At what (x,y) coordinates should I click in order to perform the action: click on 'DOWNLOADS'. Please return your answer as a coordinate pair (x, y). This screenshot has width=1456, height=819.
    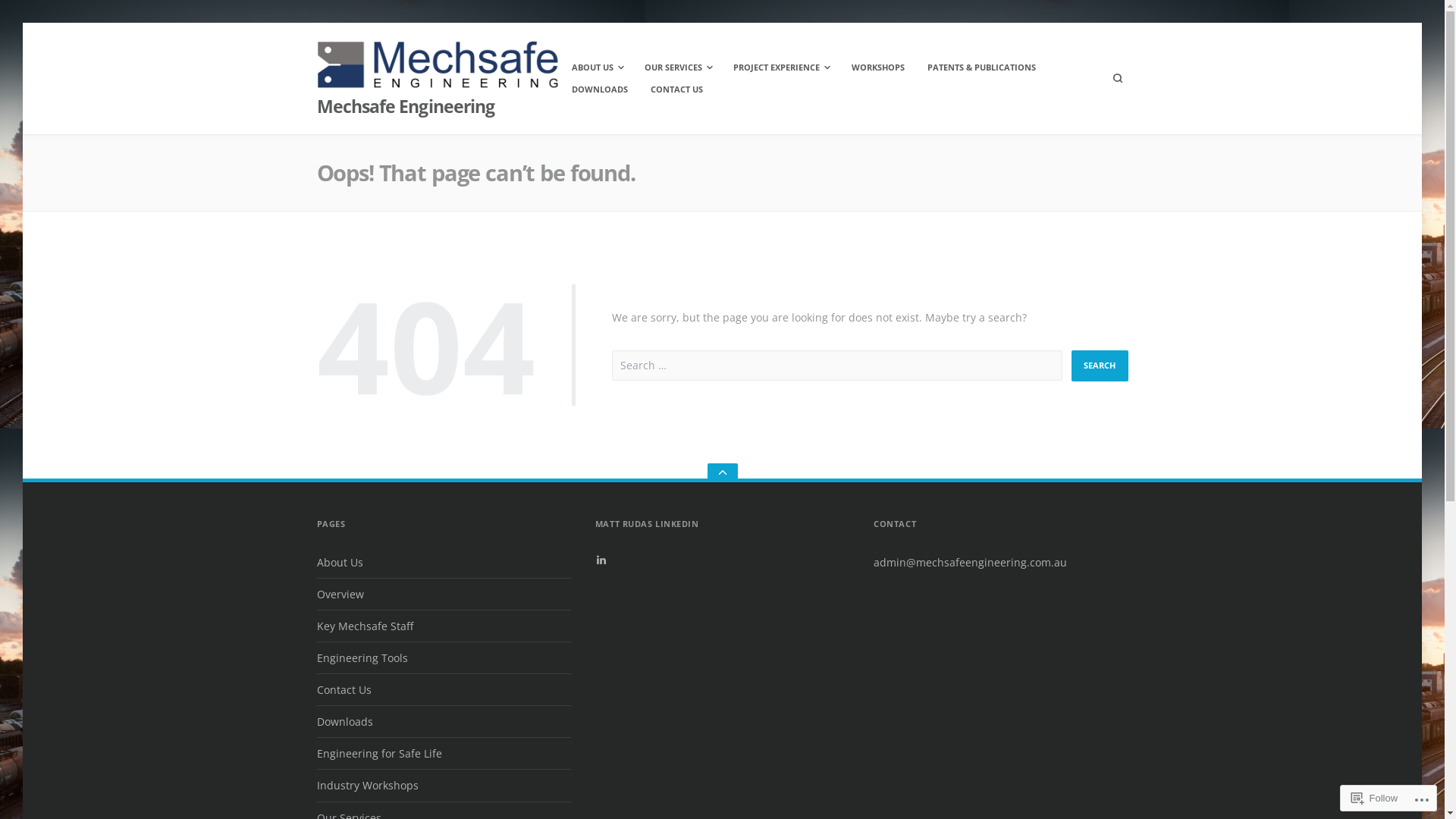
    Looking at the image, I should click on (599, 89).